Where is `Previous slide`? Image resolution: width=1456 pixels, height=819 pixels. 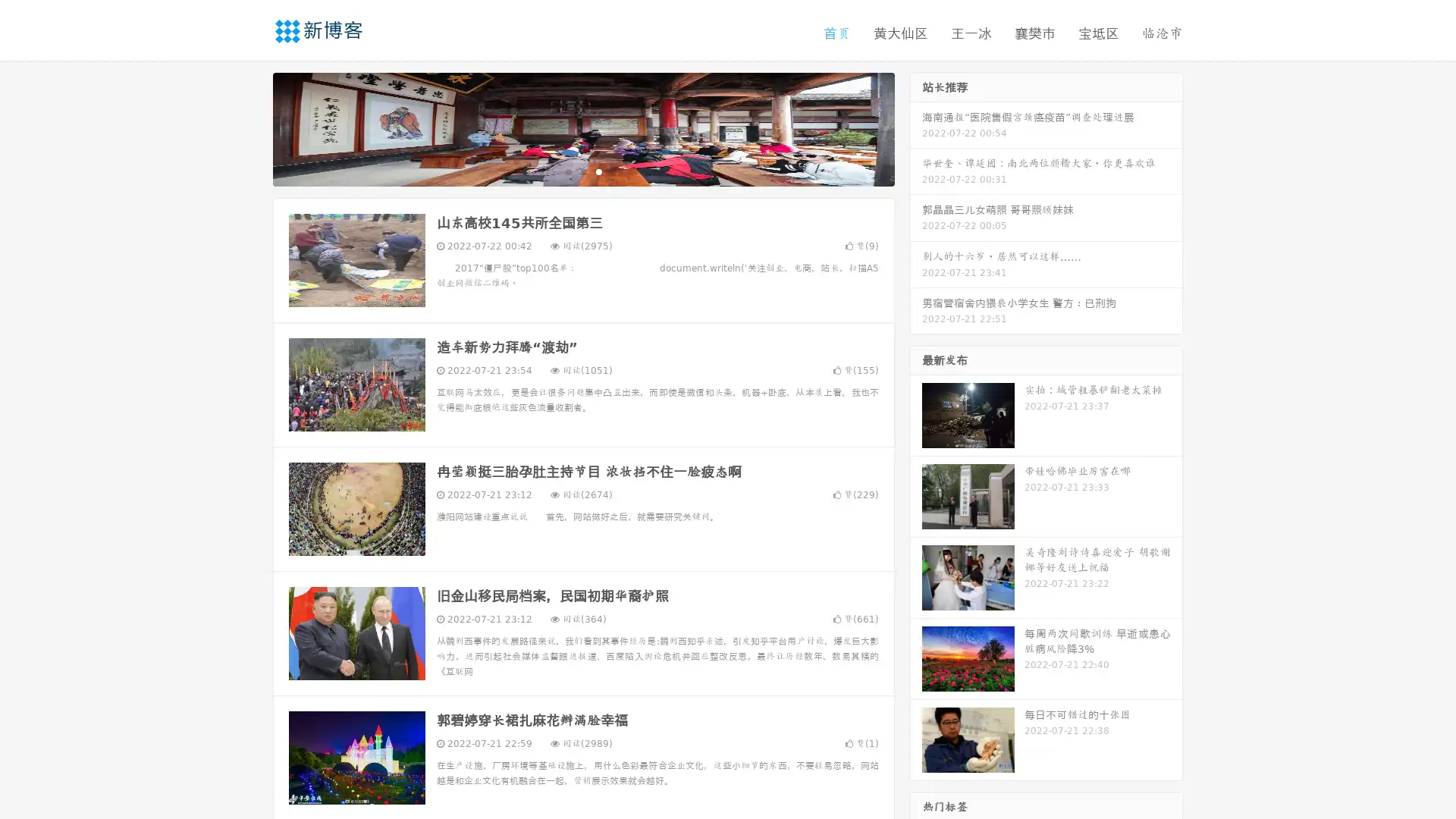
Previous slide is located at coordinates (250, 127).